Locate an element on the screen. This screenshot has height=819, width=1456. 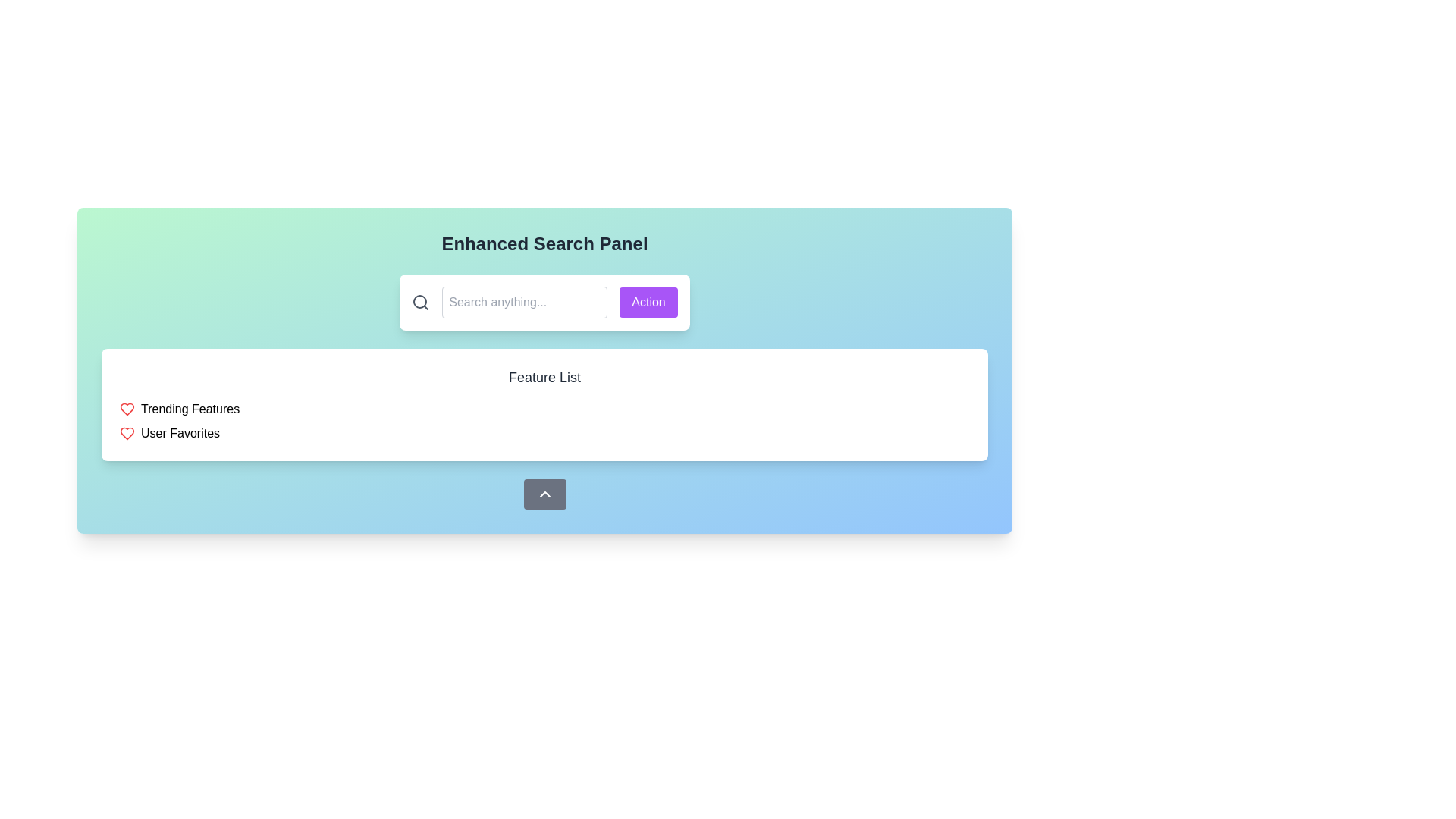
the small, circular magnifying glass icon located on the far-left side of the white search bar area, adjacent to the search input field is located at coordinates (421, 302).